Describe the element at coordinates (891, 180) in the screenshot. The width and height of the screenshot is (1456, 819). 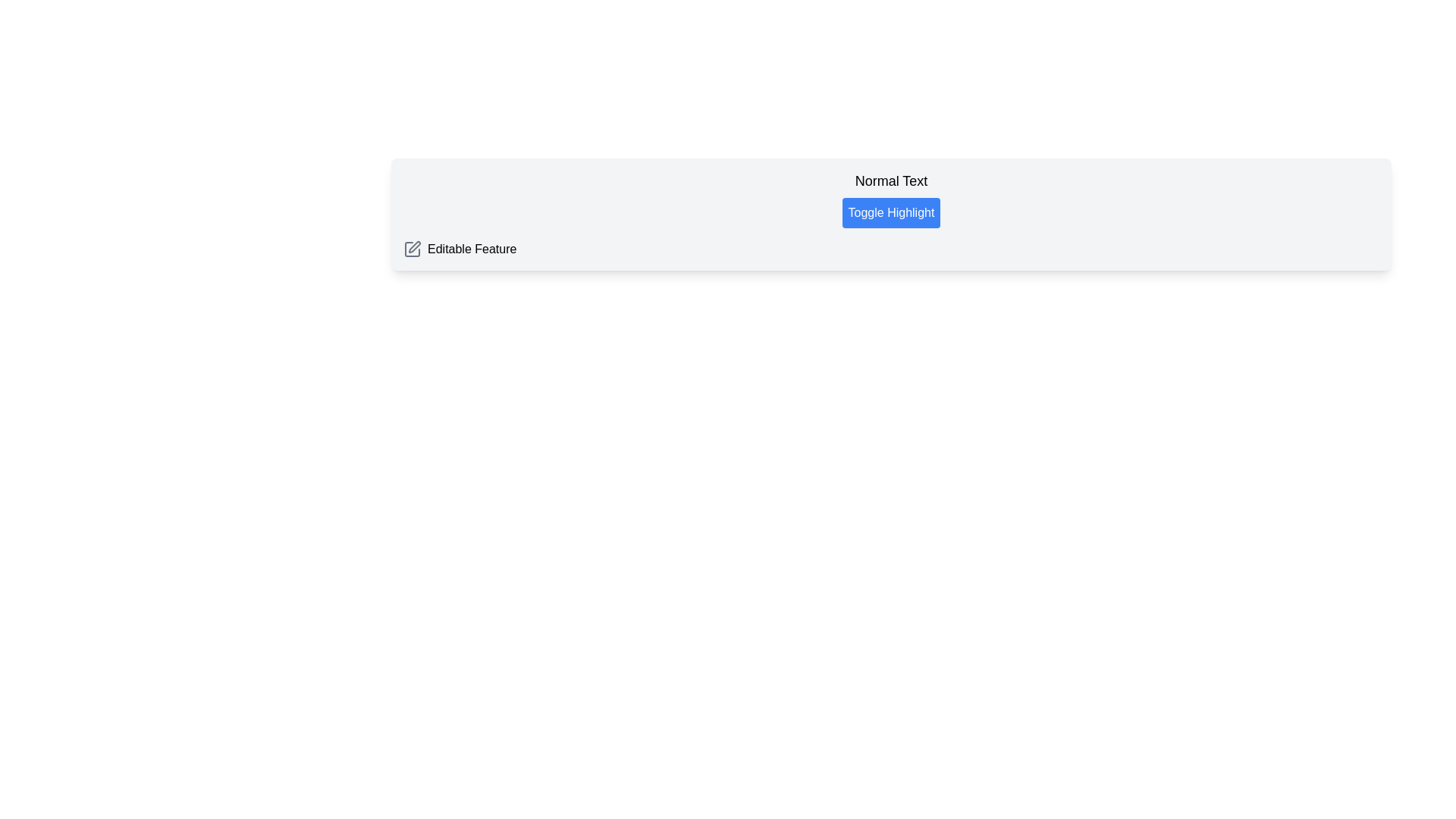
I see `the static text label that provides textual information to users, located above the blue 'Toggle Highlight' button` at that location.